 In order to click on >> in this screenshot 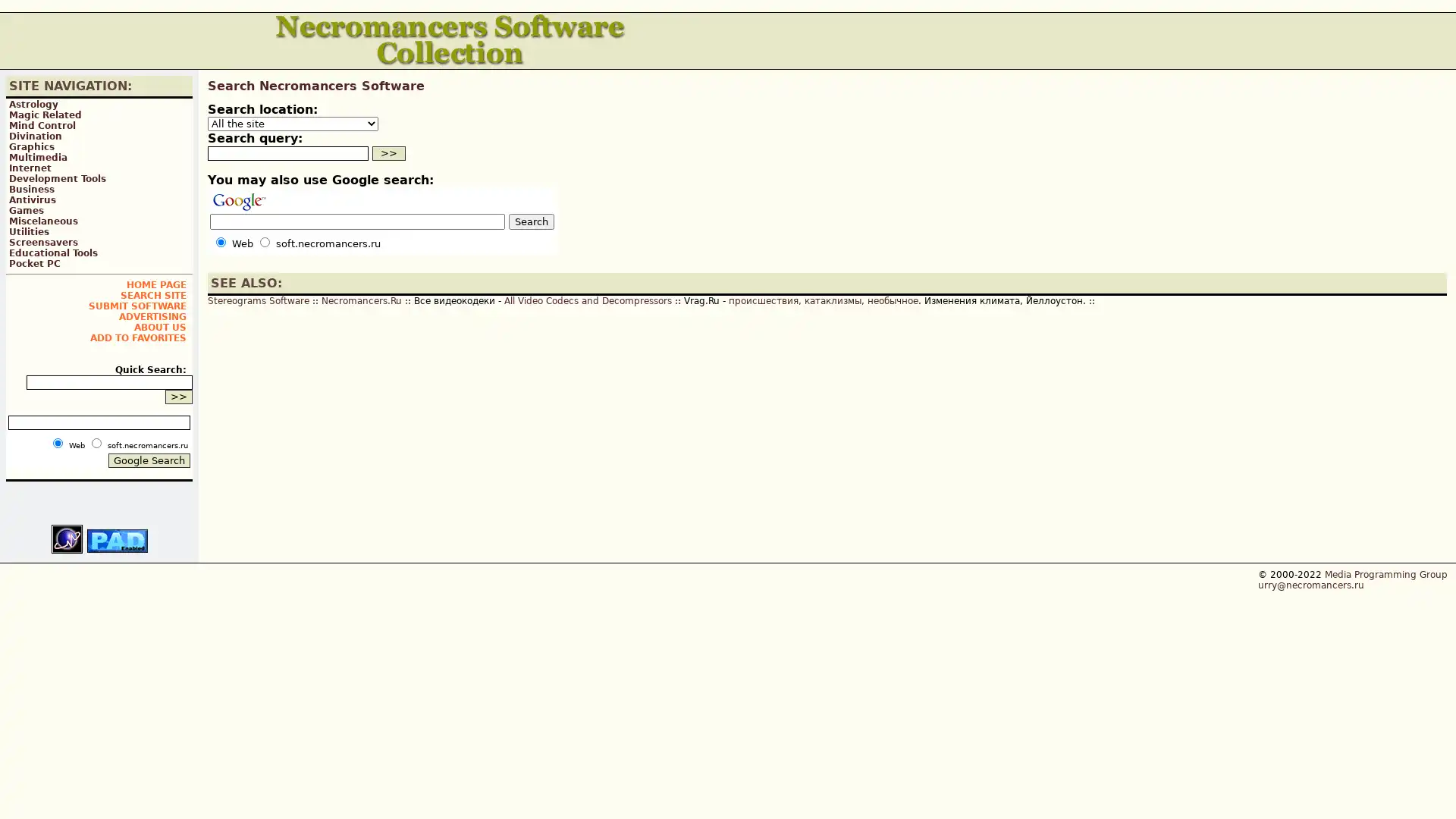, I will do `click(389, 153)`.